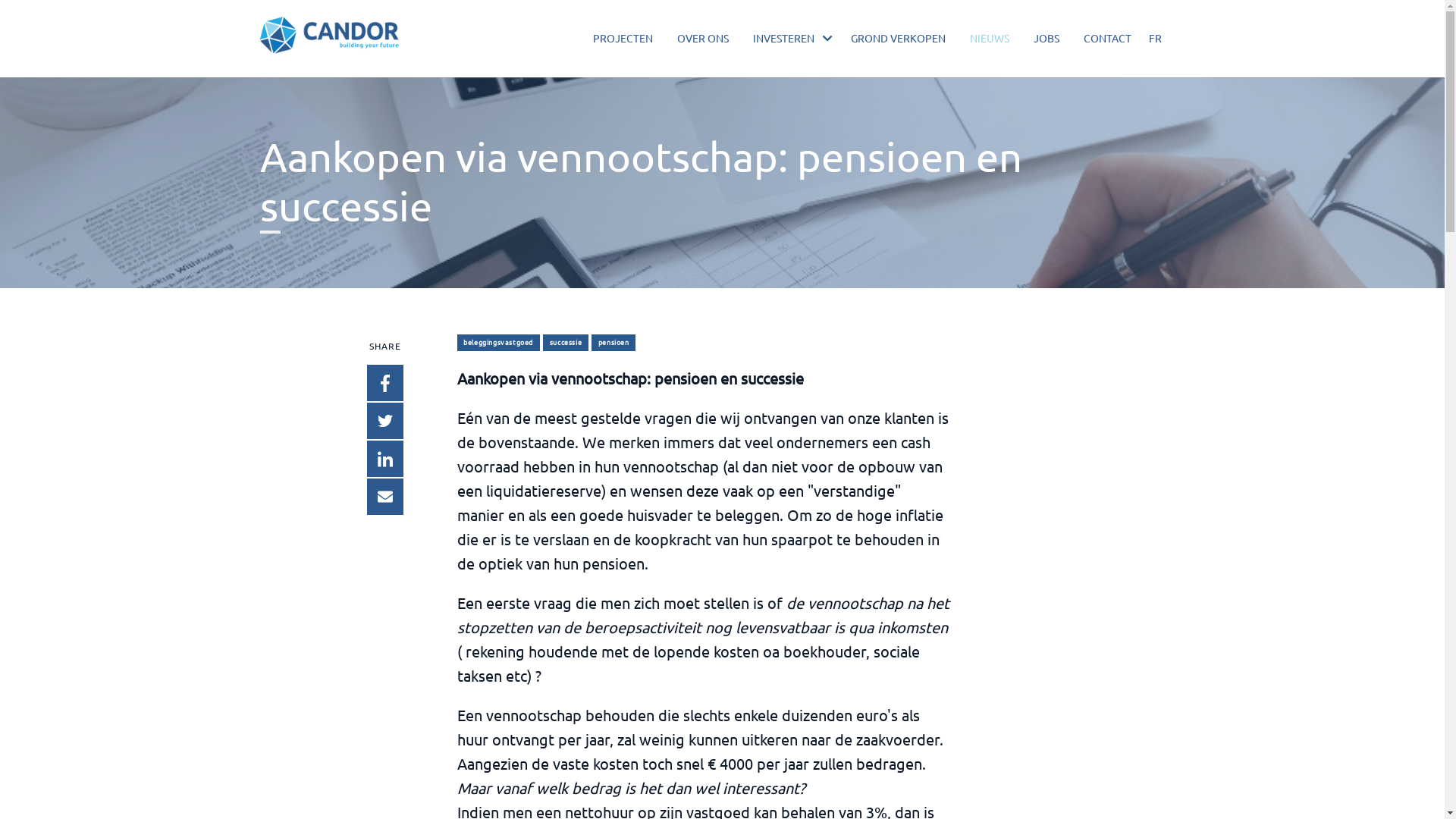 The image size is (1456, 819). I want to click on 'NIEUWS', so click(990, 37).